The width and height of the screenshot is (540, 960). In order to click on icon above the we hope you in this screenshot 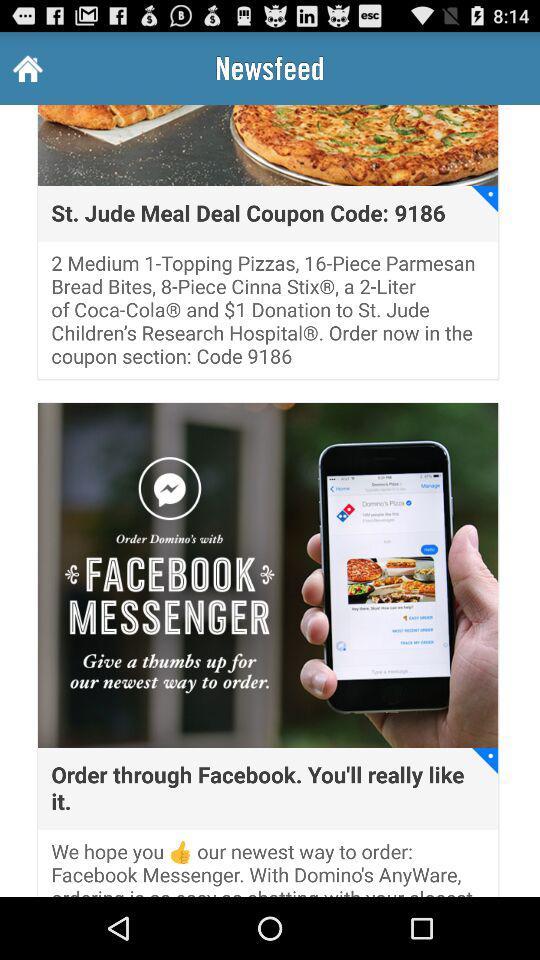, I will do `click(484, 759)`.